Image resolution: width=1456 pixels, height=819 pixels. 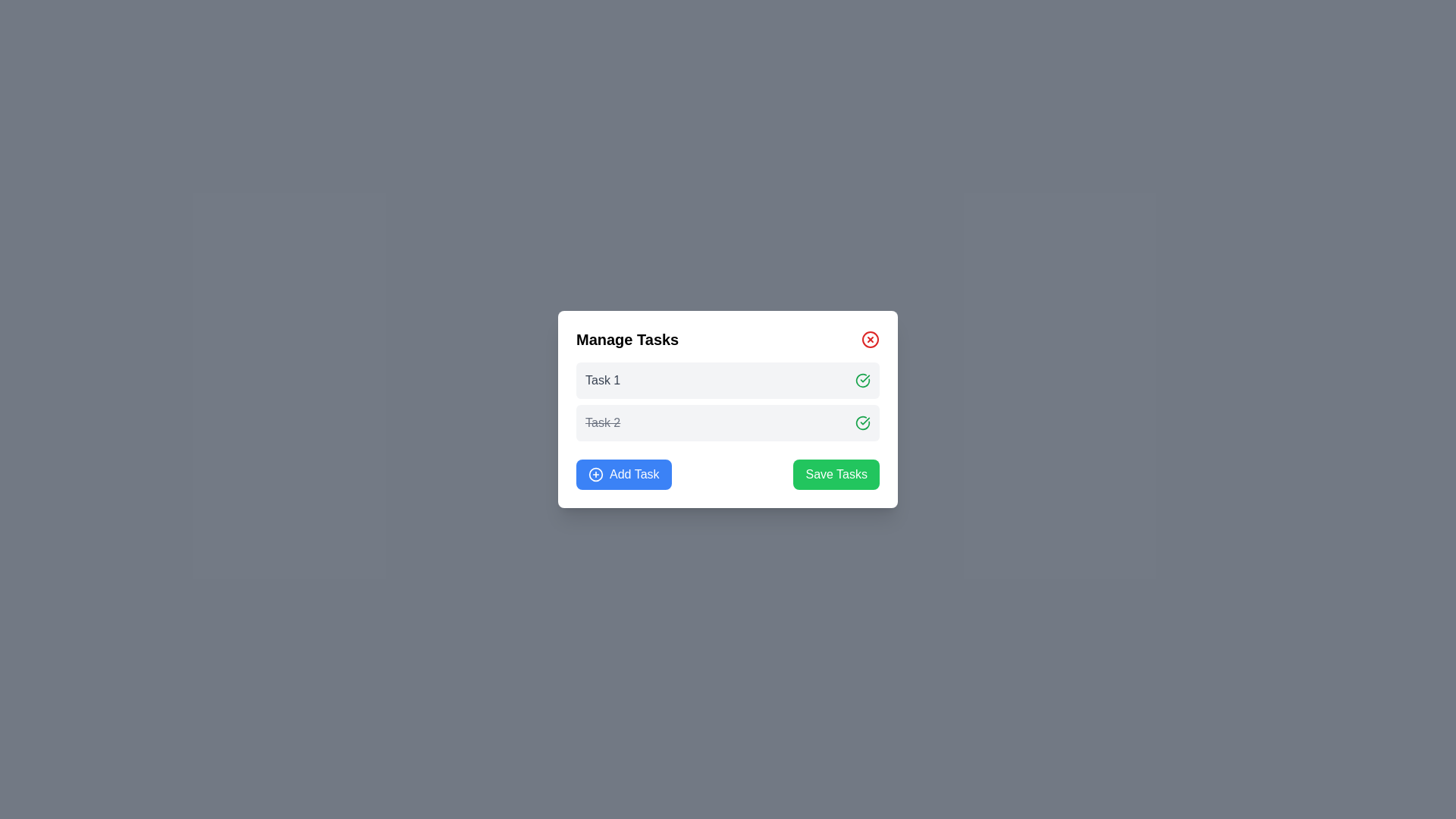 What do you see at coordinates (836, 473) in the screenshot?
I see `the green 'Save Tasks' button with rounded corners located in the lower right of the white card interface` at bounding box center [836, 473].